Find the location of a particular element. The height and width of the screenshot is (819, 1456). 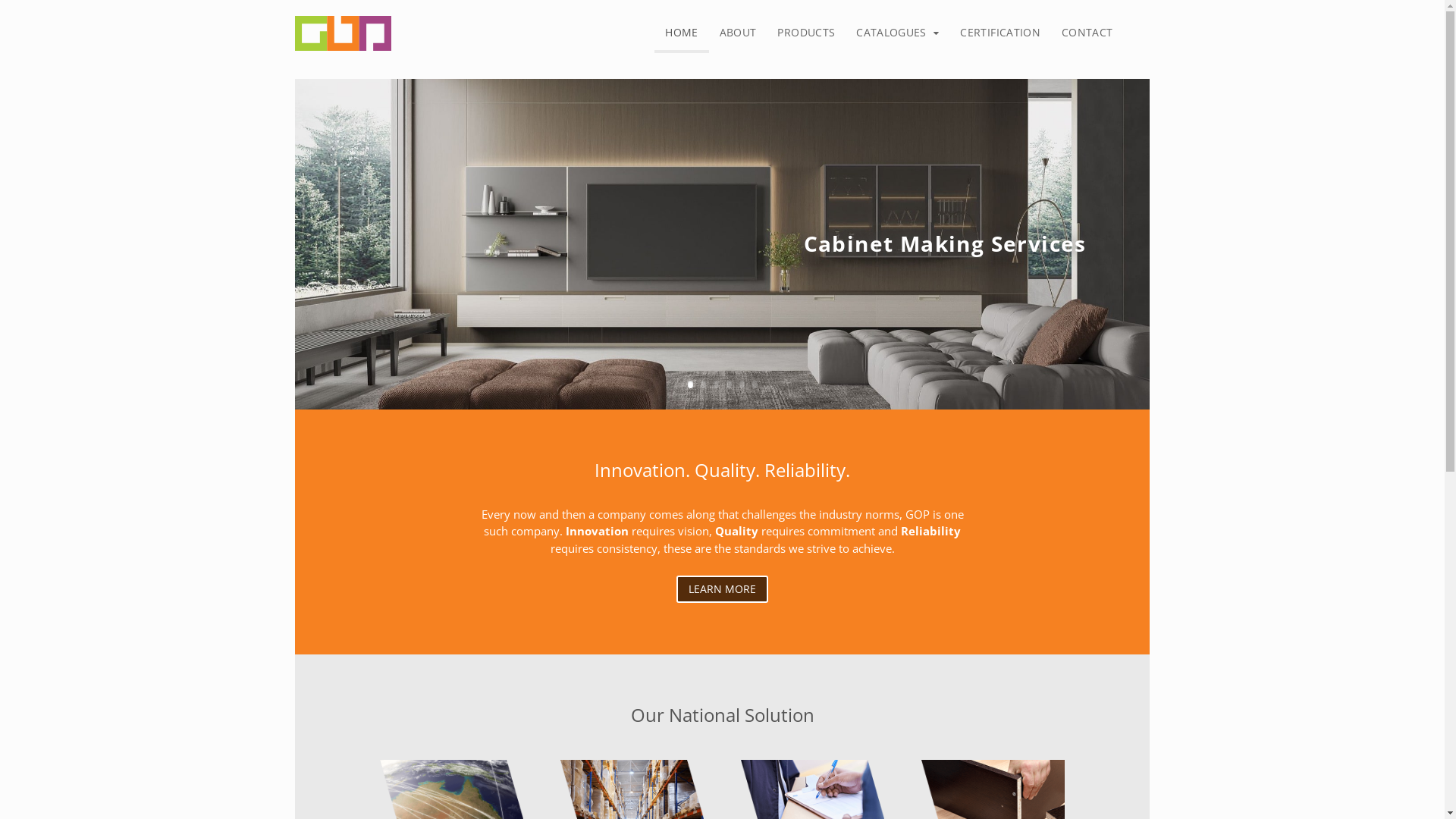

'4' is located at coordinates (729, 383).